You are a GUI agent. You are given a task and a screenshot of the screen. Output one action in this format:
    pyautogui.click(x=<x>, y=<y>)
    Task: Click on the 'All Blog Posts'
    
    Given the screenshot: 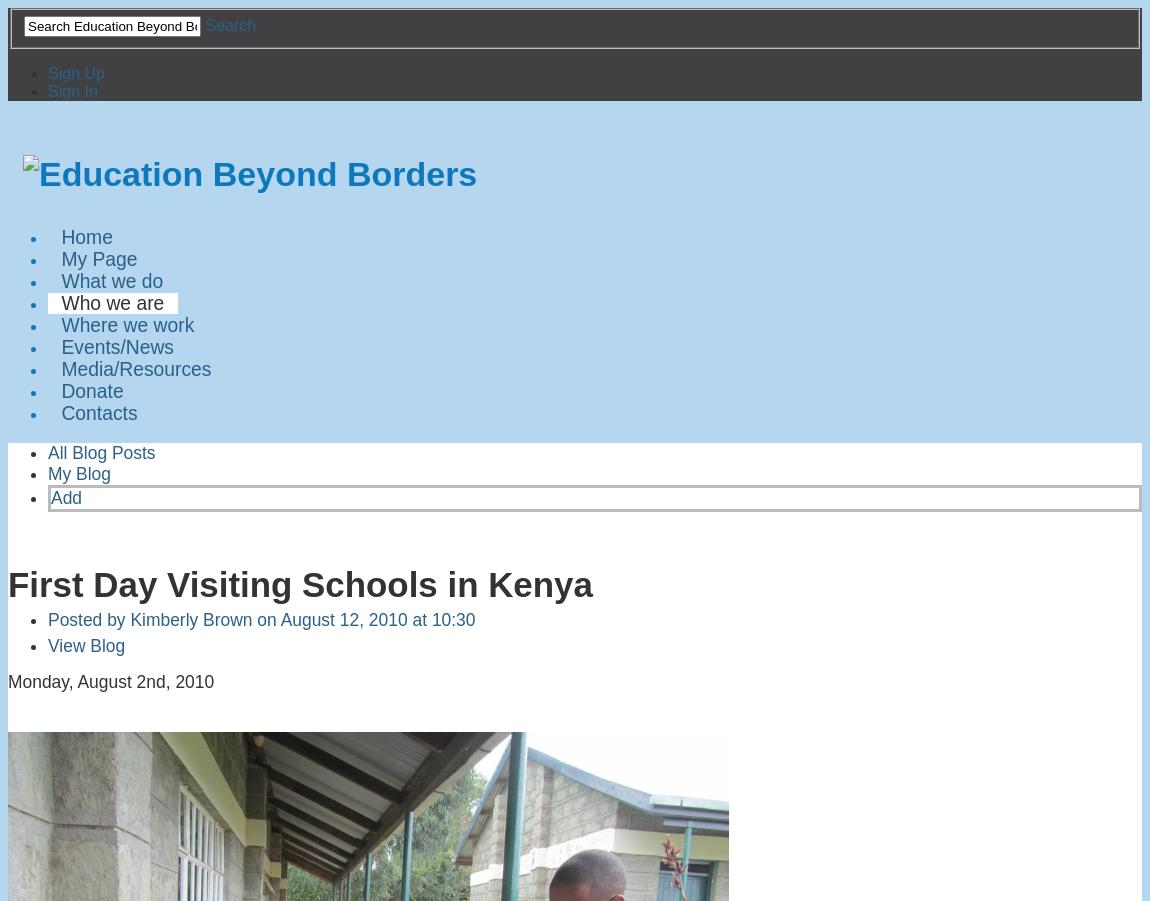 What is the action you would take?
    pyautogui.click(x=100, y=452)
    